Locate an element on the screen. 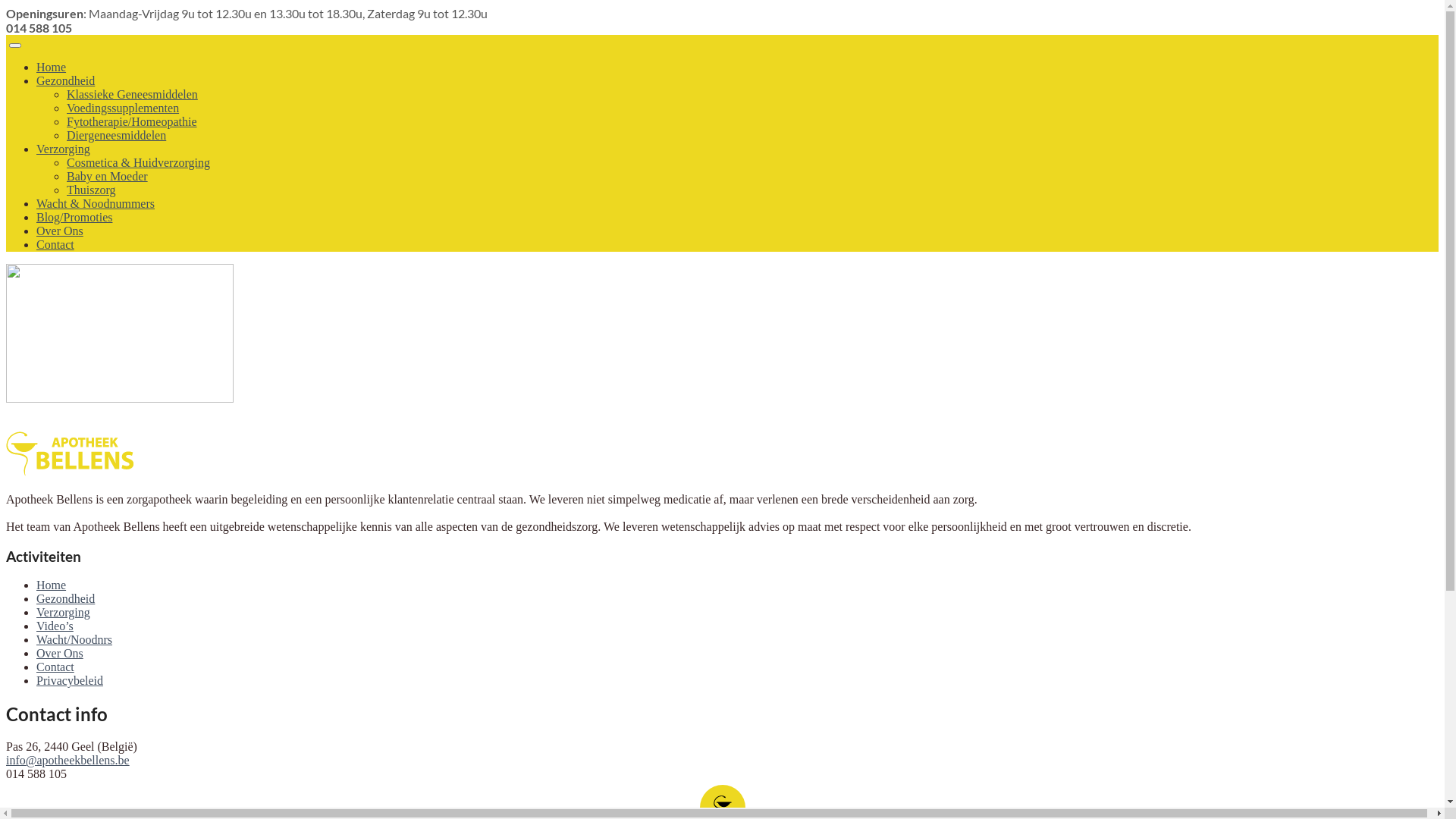 The image size is (1456, 819). 'Over Ons' is located at coordinates (59, 231).